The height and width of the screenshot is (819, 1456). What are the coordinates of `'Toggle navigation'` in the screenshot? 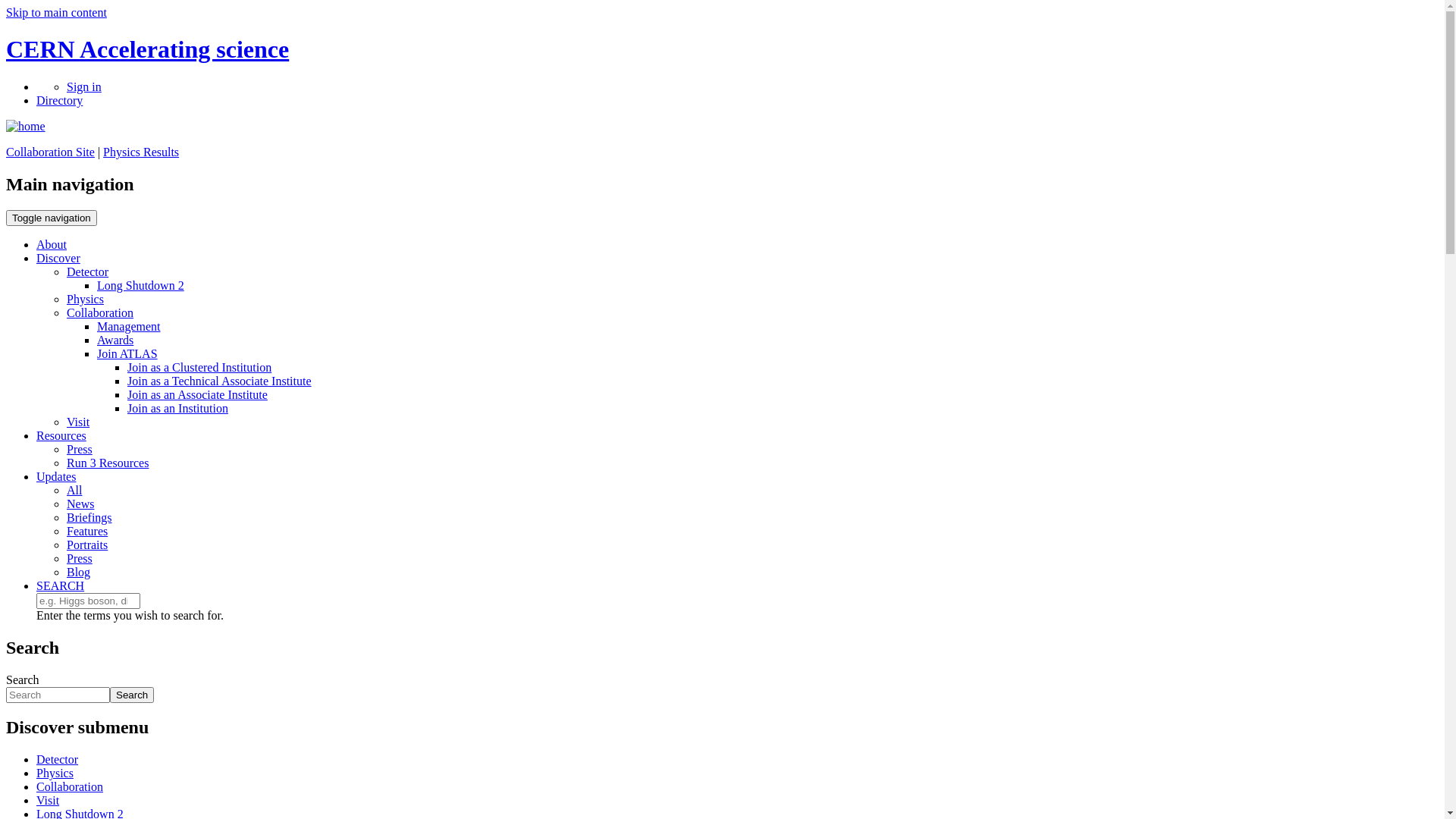 It's located at (51, 218).